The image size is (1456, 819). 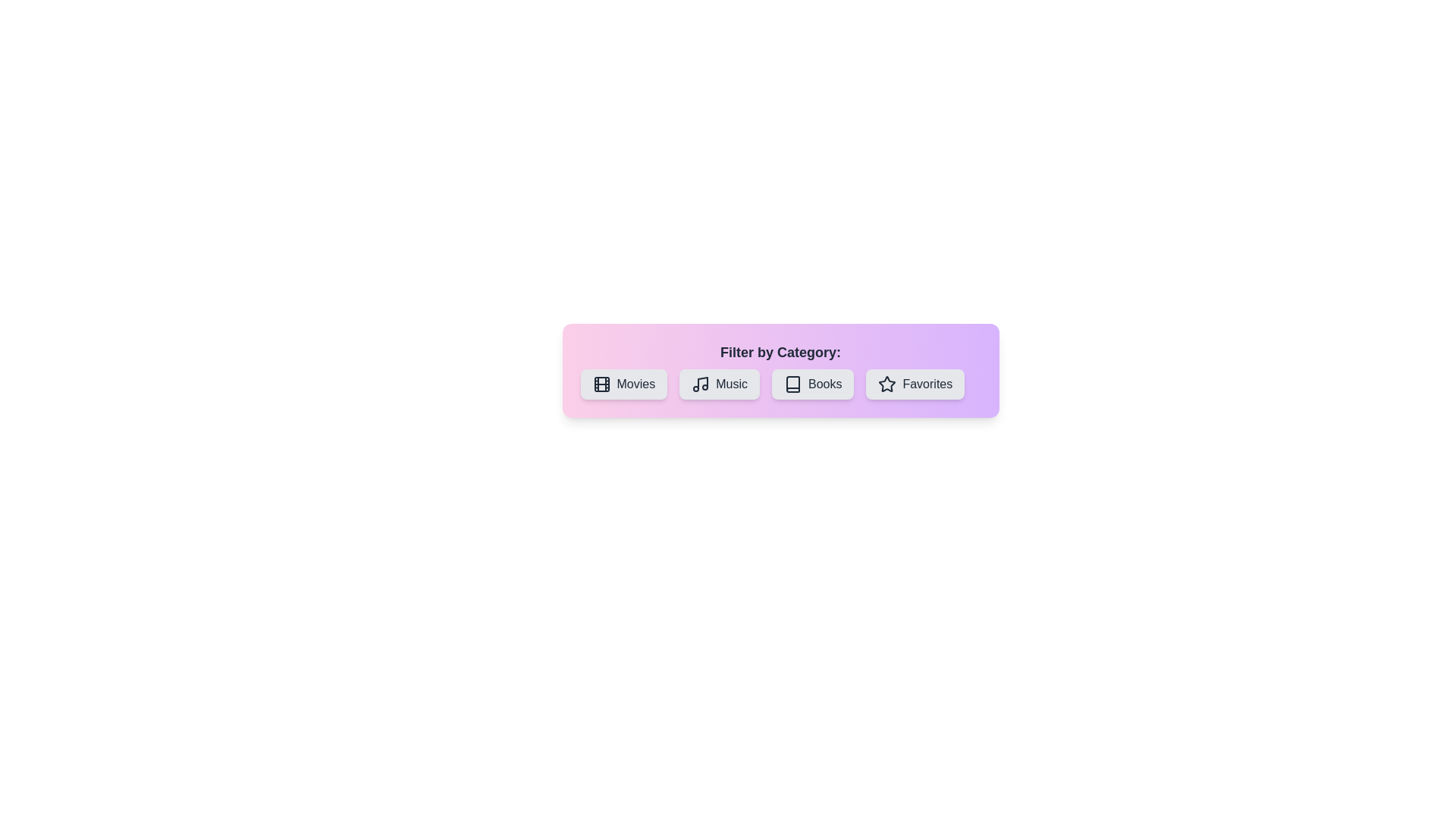 I want to click on the button labeled Favorites, so click(x=914, y=383).